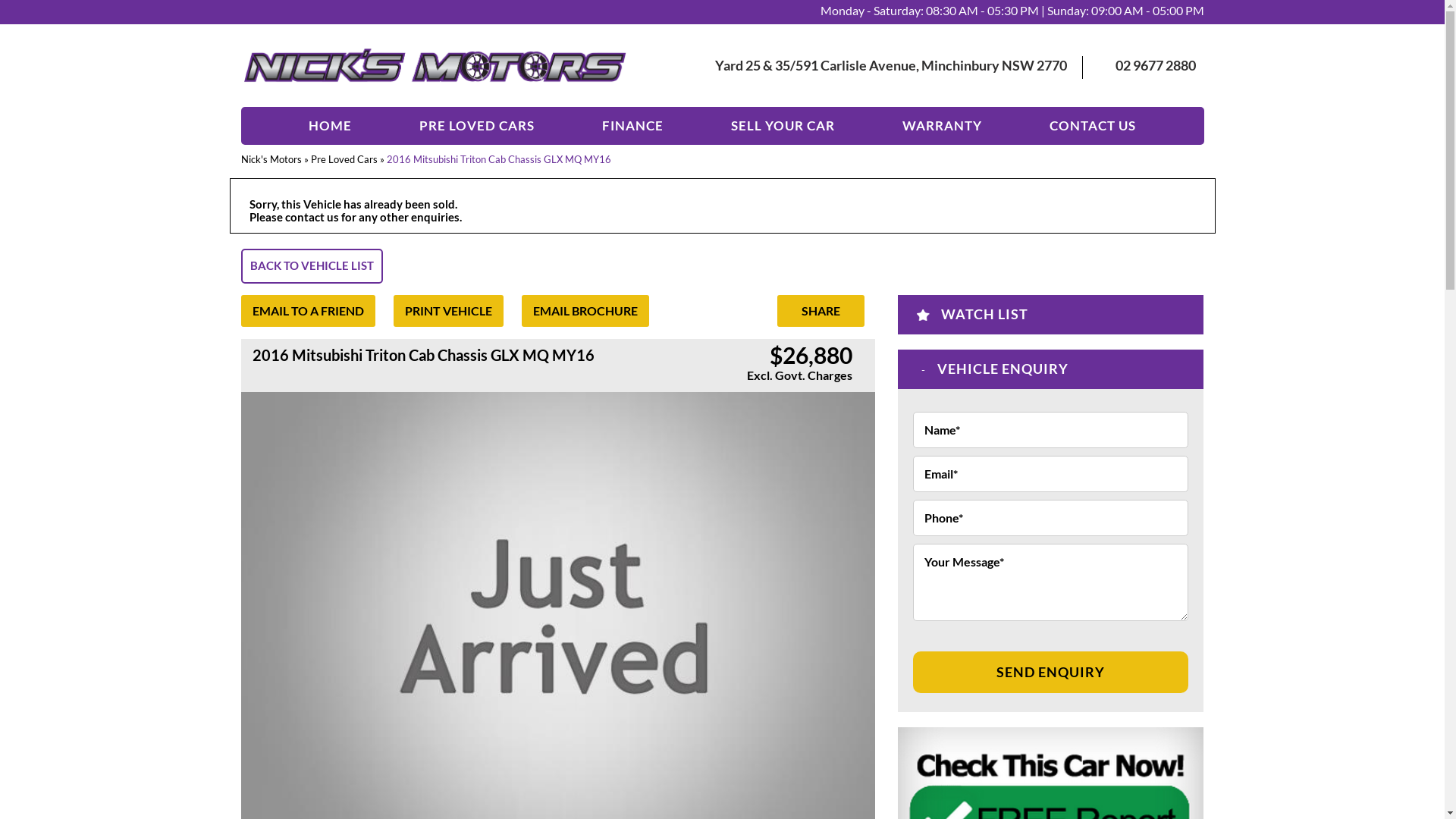 Image resolution: width=1456 pixels, height=819 pixels. What do you see at coordinates (311, 265) in the screenshot?
I see `'BACK TO VEHICLE LIST'` at bounding box center [311, 265].